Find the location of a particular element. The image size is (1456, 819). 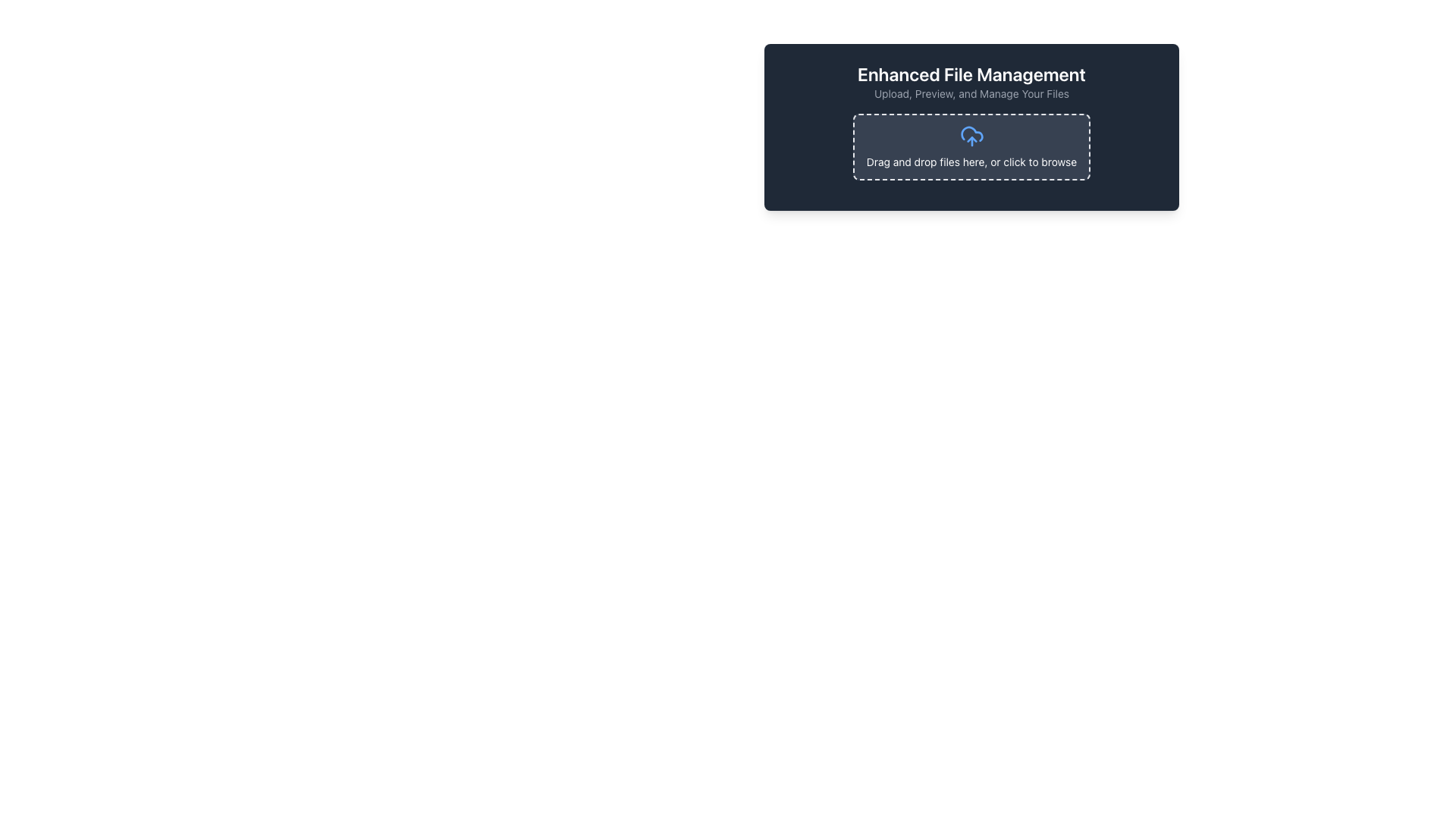

the static text label that says 'Drag and drop files here, or click to browse.' which is centrally located within the file upload area is located at coordinates (971, 162).